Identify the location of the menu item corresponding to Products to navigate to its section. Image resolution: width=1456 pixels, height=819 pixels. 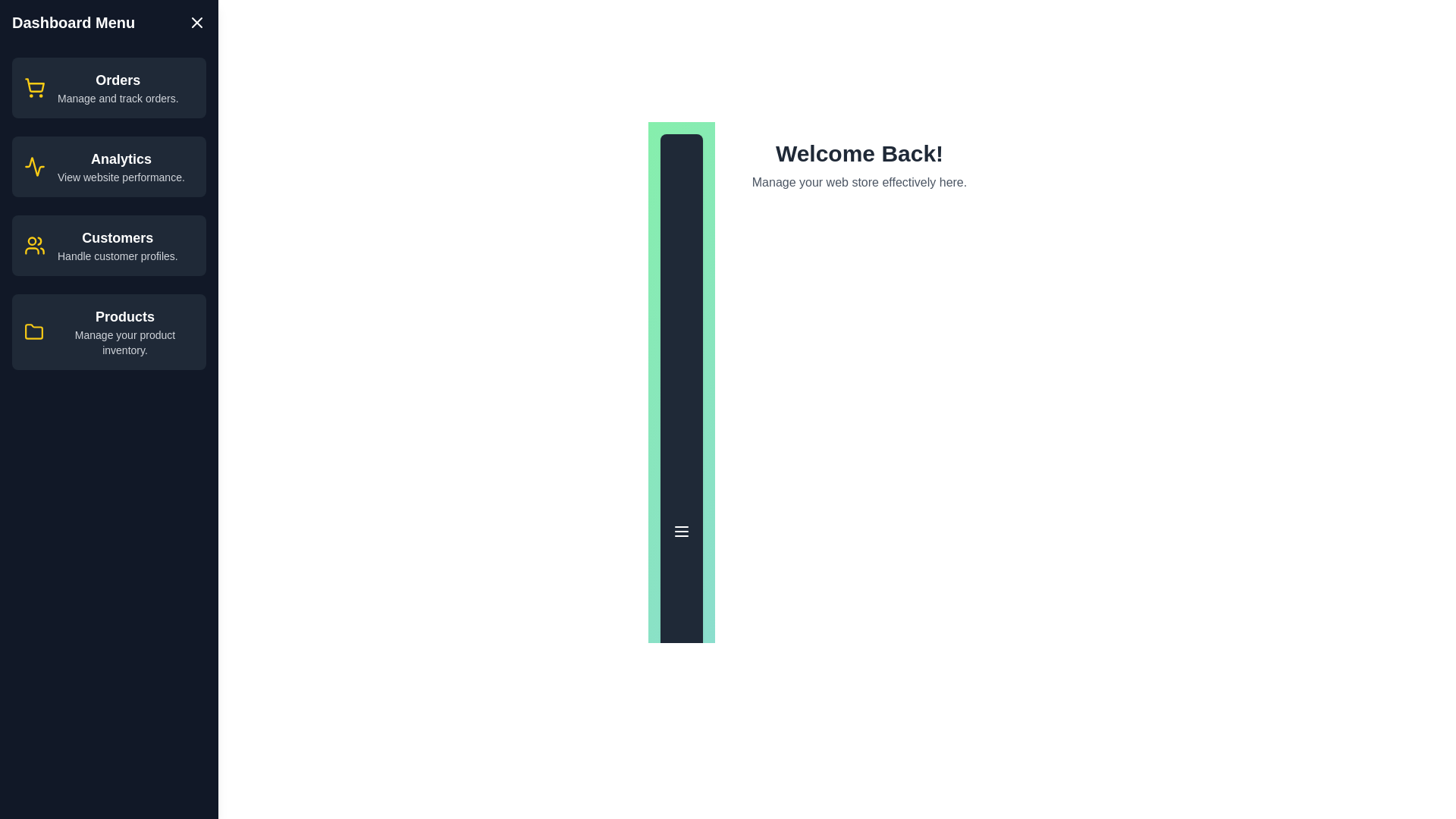
(108, 331).